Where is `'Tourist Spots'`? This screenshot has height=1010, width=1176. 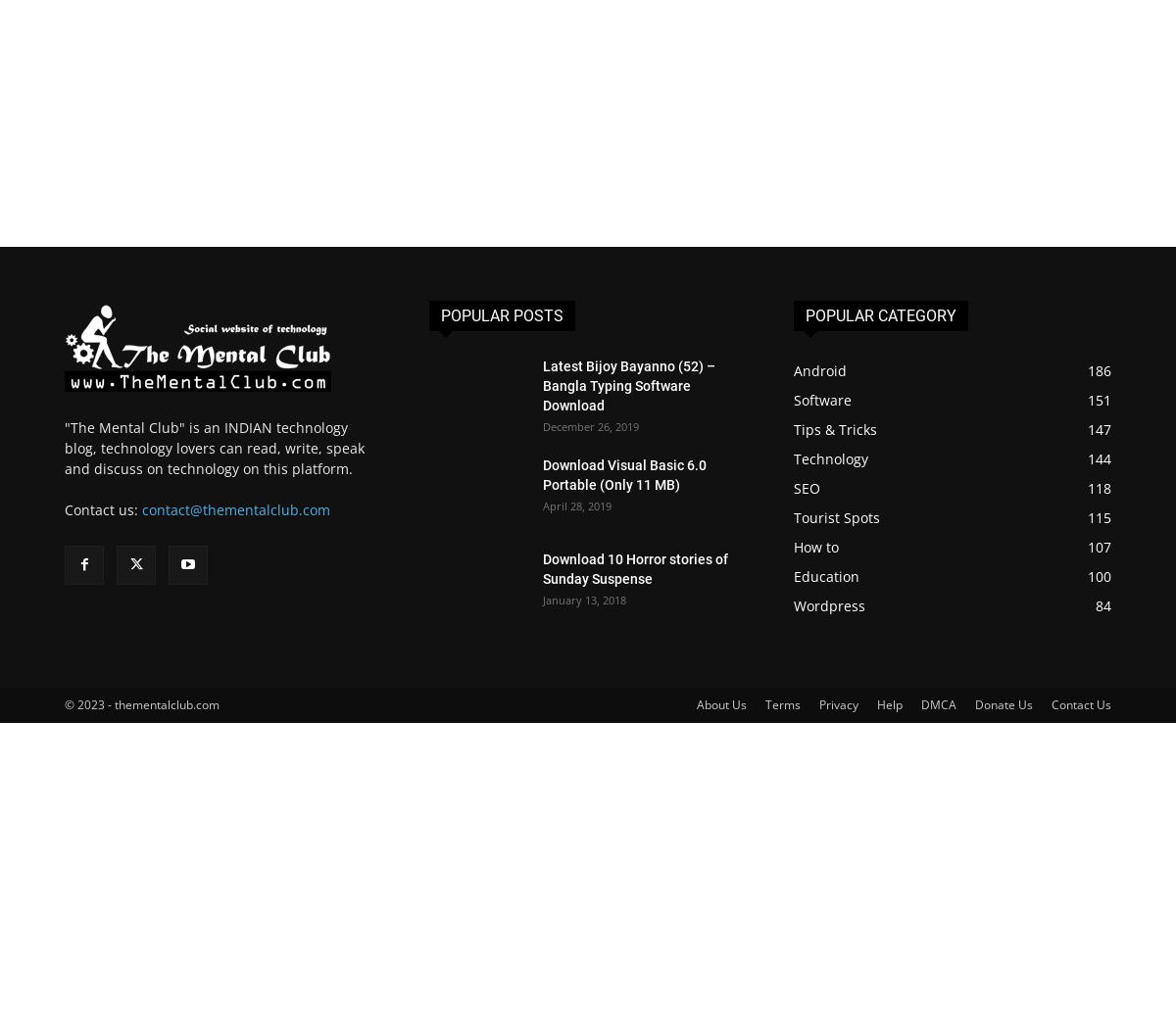
'Tourist Spots' is located at coordinates (836, 515).